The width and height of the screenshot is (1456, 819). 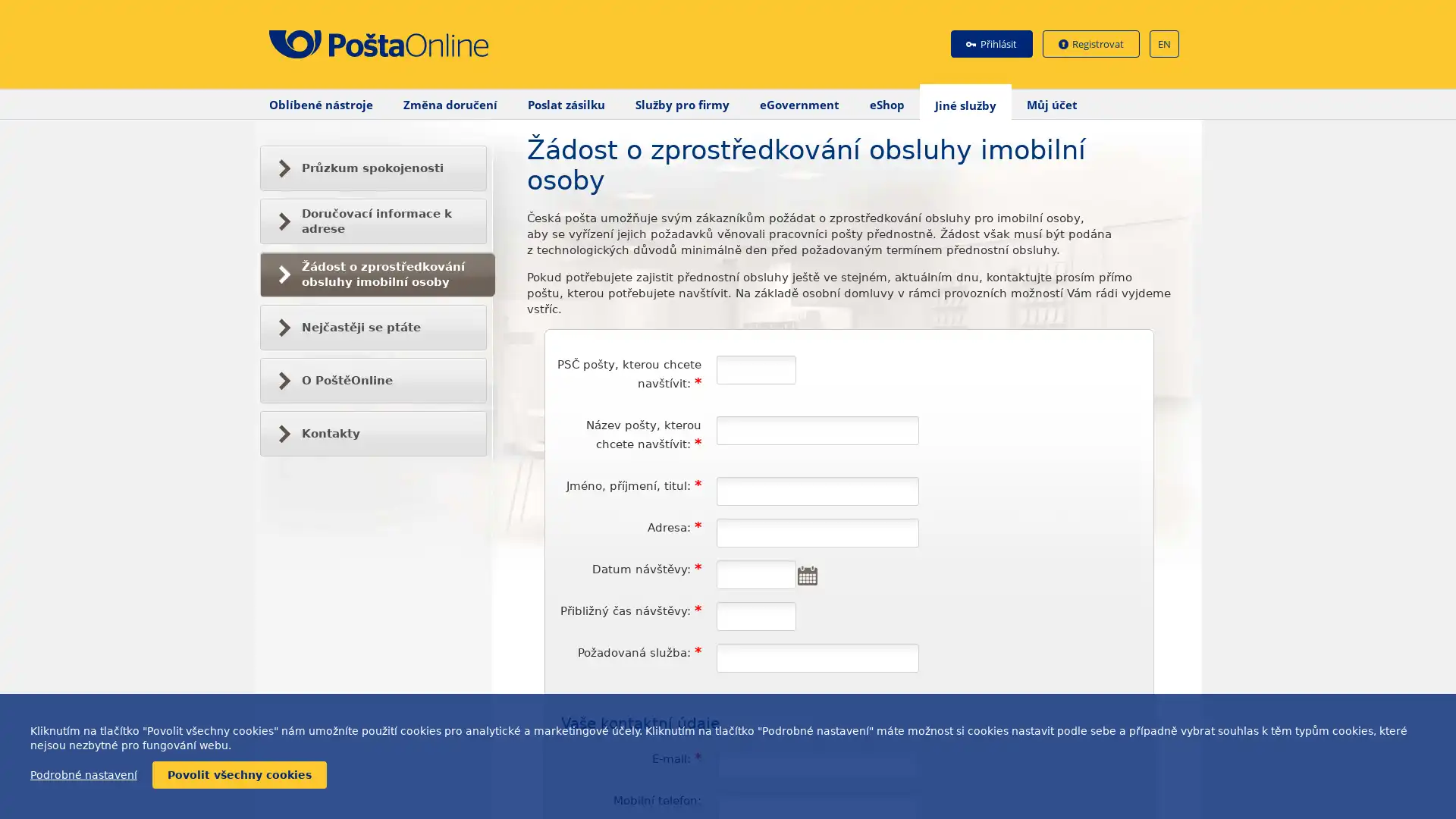 I want to click on Povolit vsechny cookies, so click(x=239, y=775).